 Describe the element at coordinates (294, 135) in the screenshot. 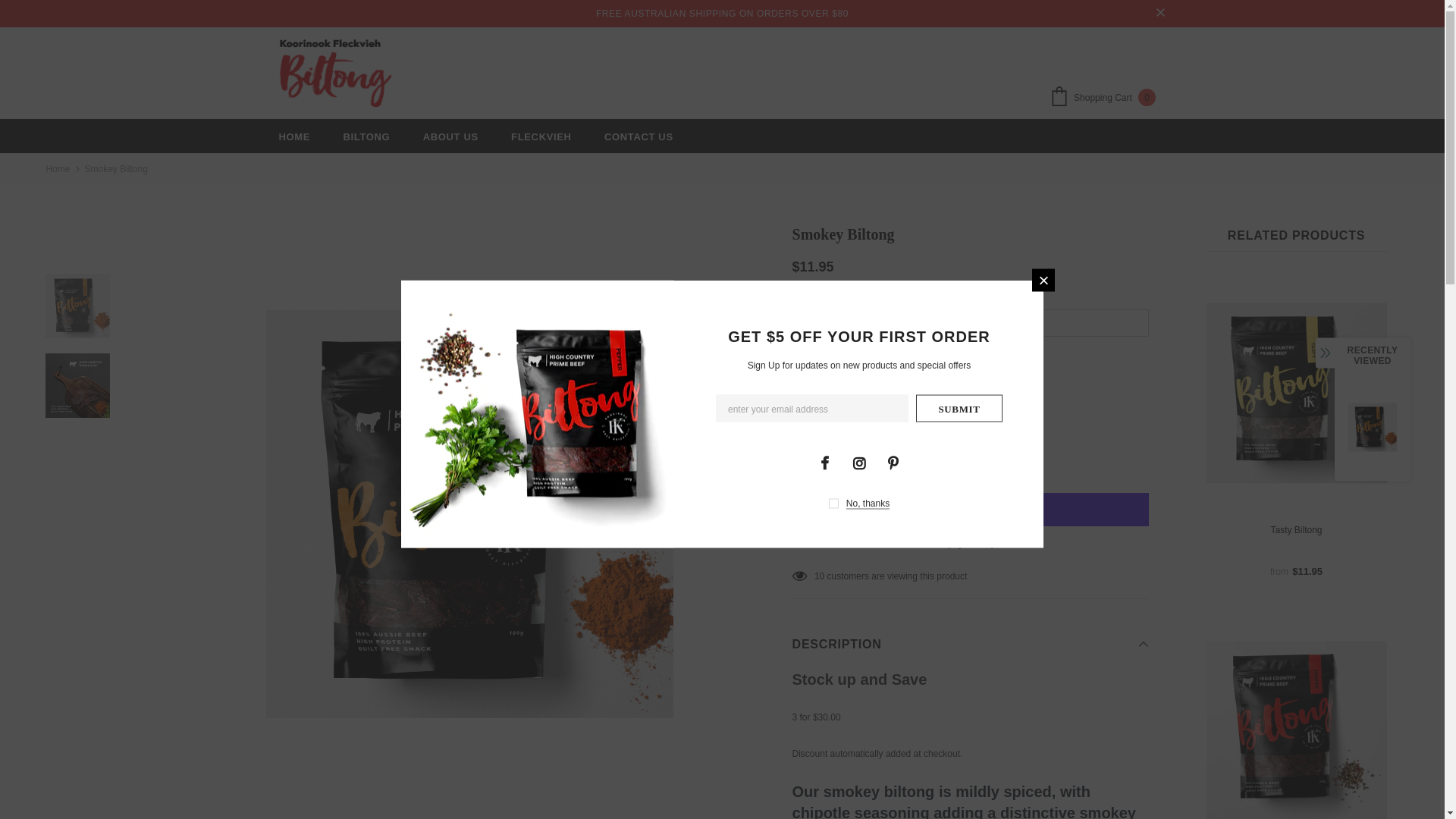

I see `'HOME'` at that location.